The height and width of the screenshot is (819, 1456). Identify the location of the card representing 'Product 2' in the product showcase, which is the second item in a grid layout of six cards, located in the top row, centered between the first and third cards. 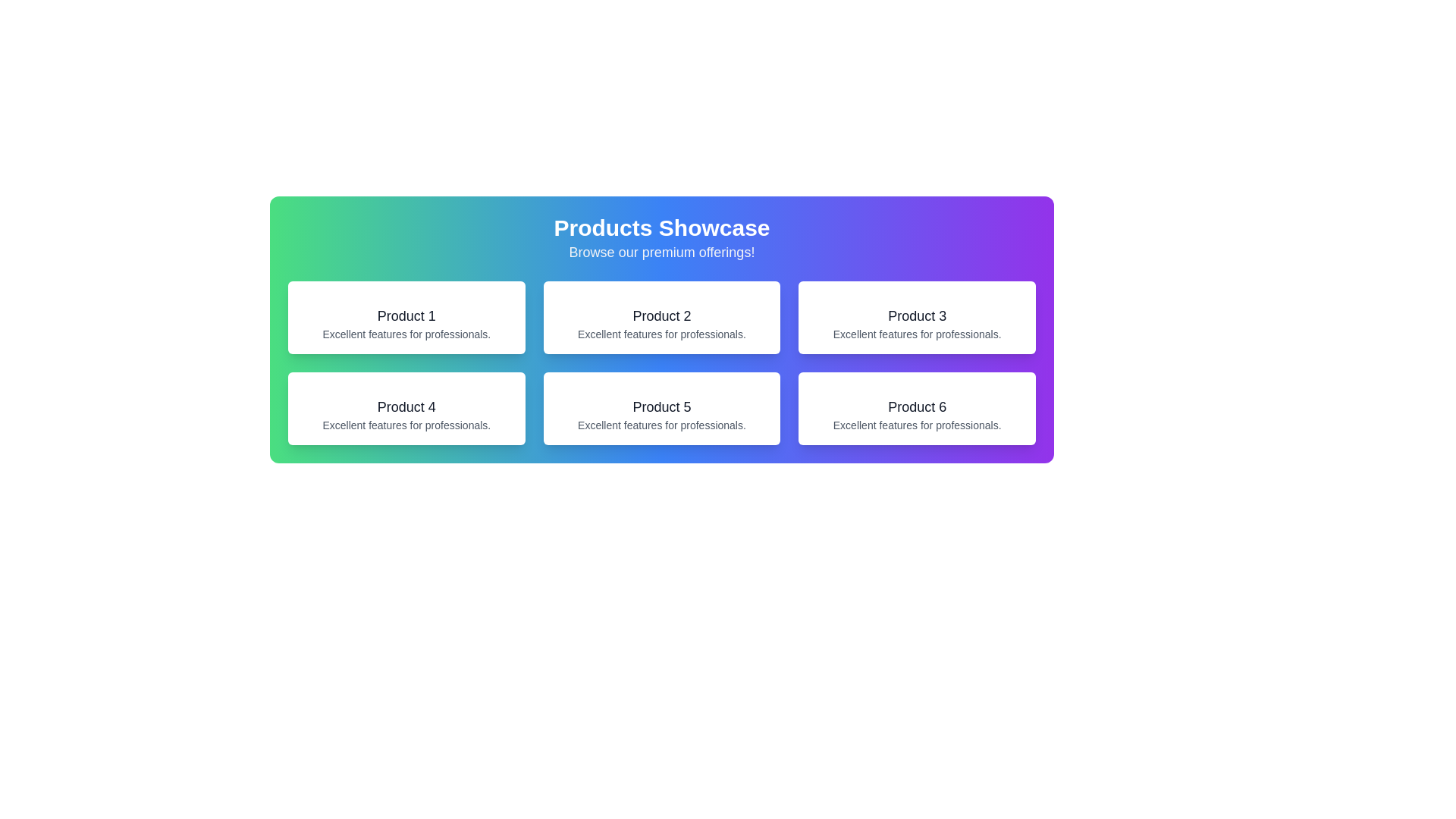
(662, 317).